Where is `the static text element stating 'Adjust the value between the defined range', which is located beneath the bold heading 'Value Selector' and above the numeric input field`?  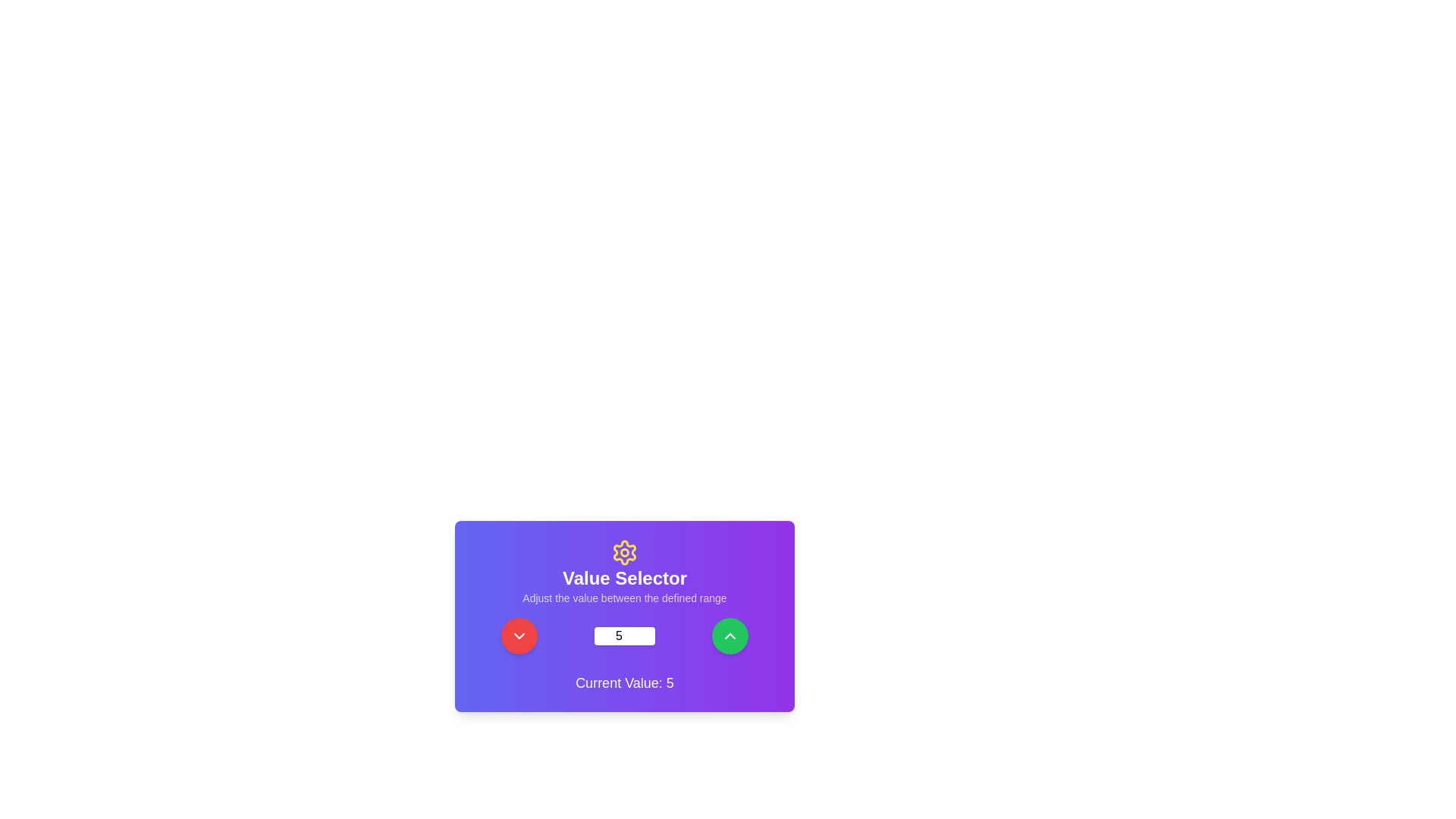 the static text element stating 'Adjust the value between the defined range', which is located beneath the bold heading 'Value Selector' and above the numeric input field is located at coordinates (625, 598).